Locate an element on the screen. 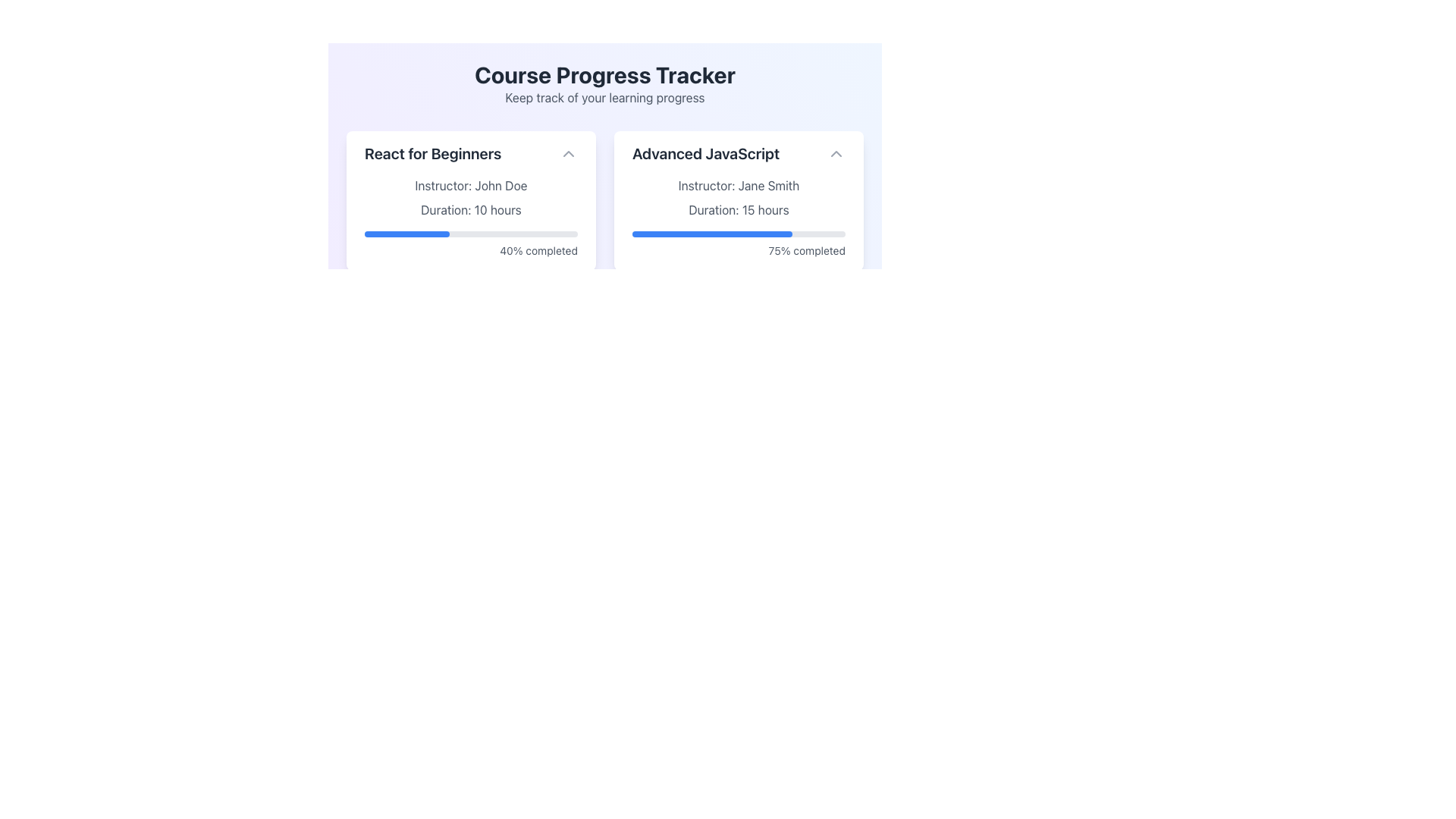 The height and width of the screenshot is (819, 1456). the progress bar indicating 75% completion for the course 'Advanced JavaScript', located below the 'Duration: 15 hours' text is located at coordinates (739, 234).